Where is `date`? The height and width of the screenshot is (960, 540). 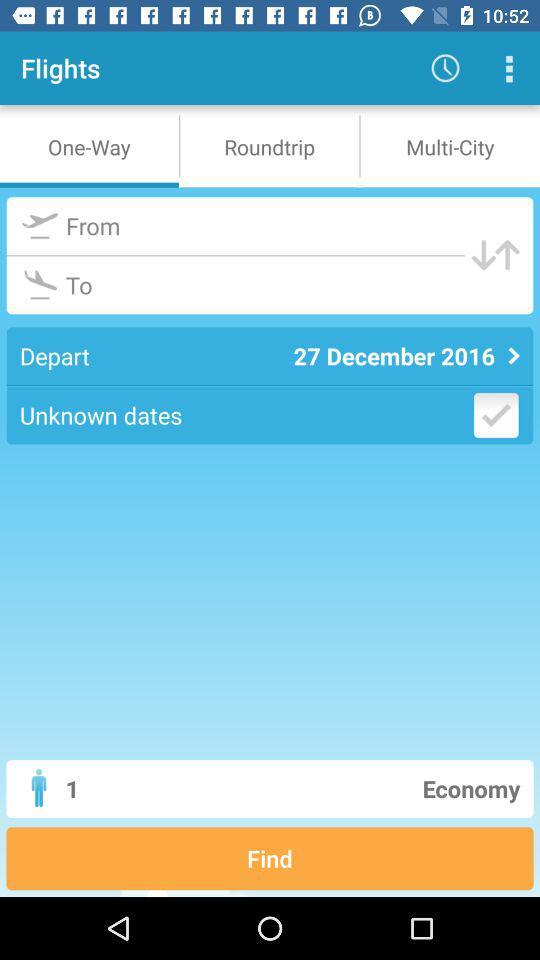 date is located at coordinates (495, 414).